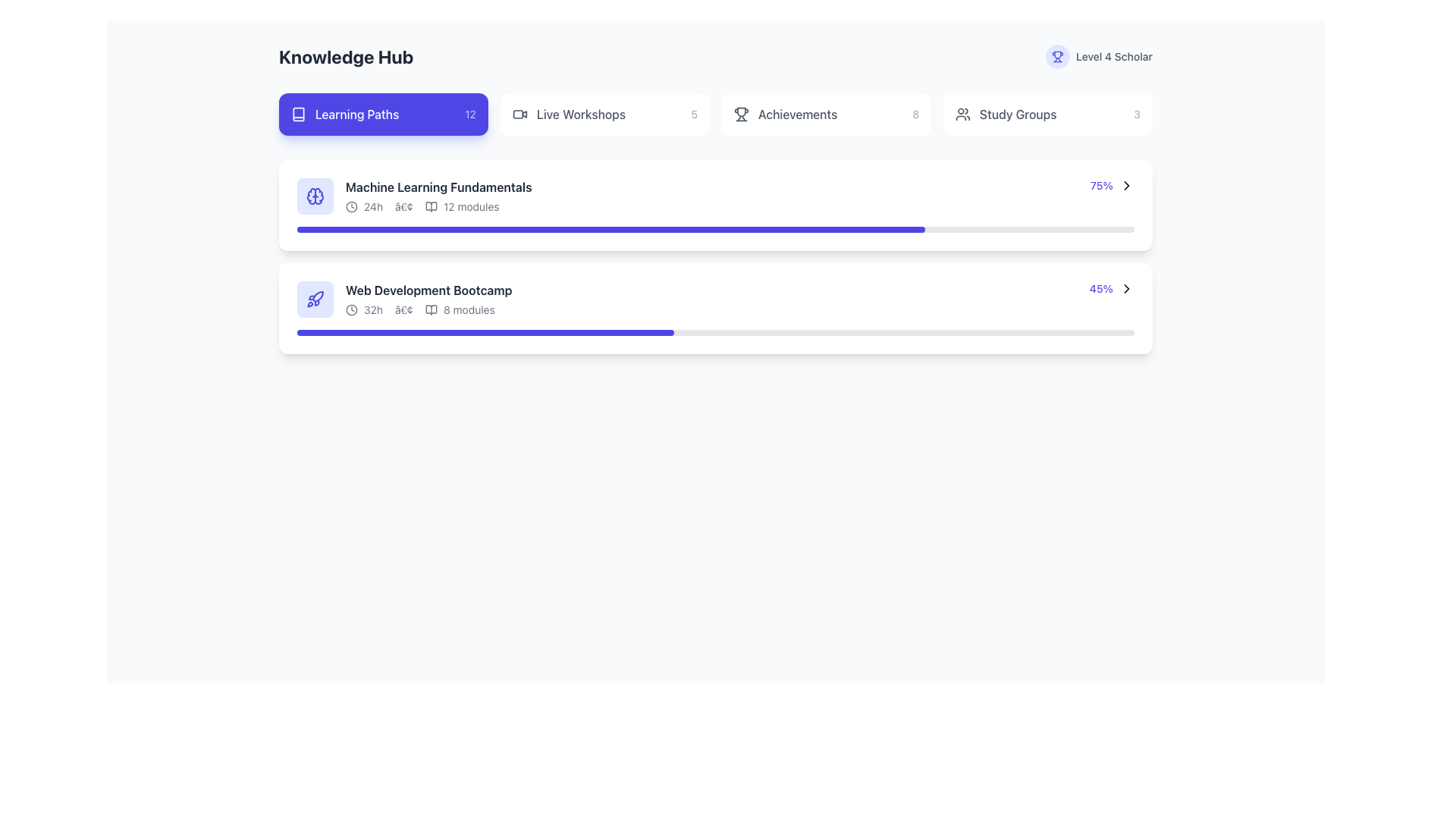 The height and width of the screenshot is (819, 1456). I want to click on the circular brain icon with an indigo background located at the top left of the 'Machine Learning Fundamentals' list item in the 'Learning Paths' section, so click(315, 195).